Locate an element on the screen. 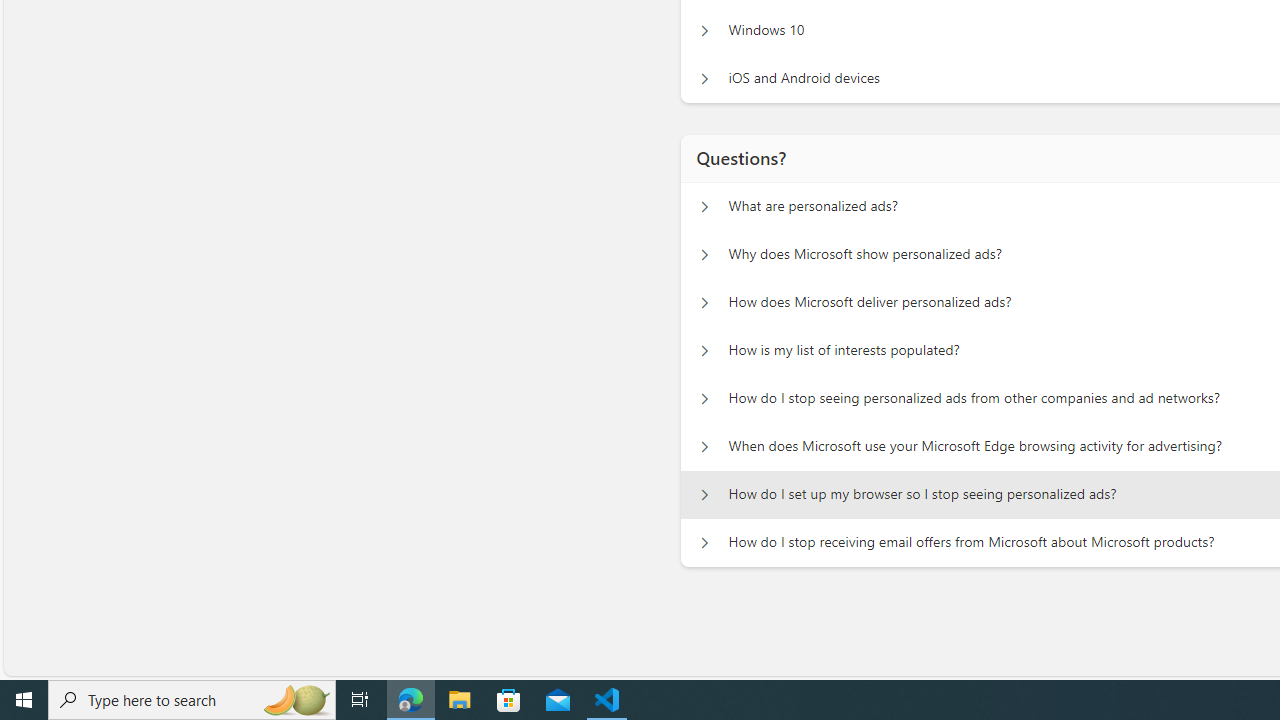  'Questions? How is my list of interests populated?' is located at coordinates (704, 350).